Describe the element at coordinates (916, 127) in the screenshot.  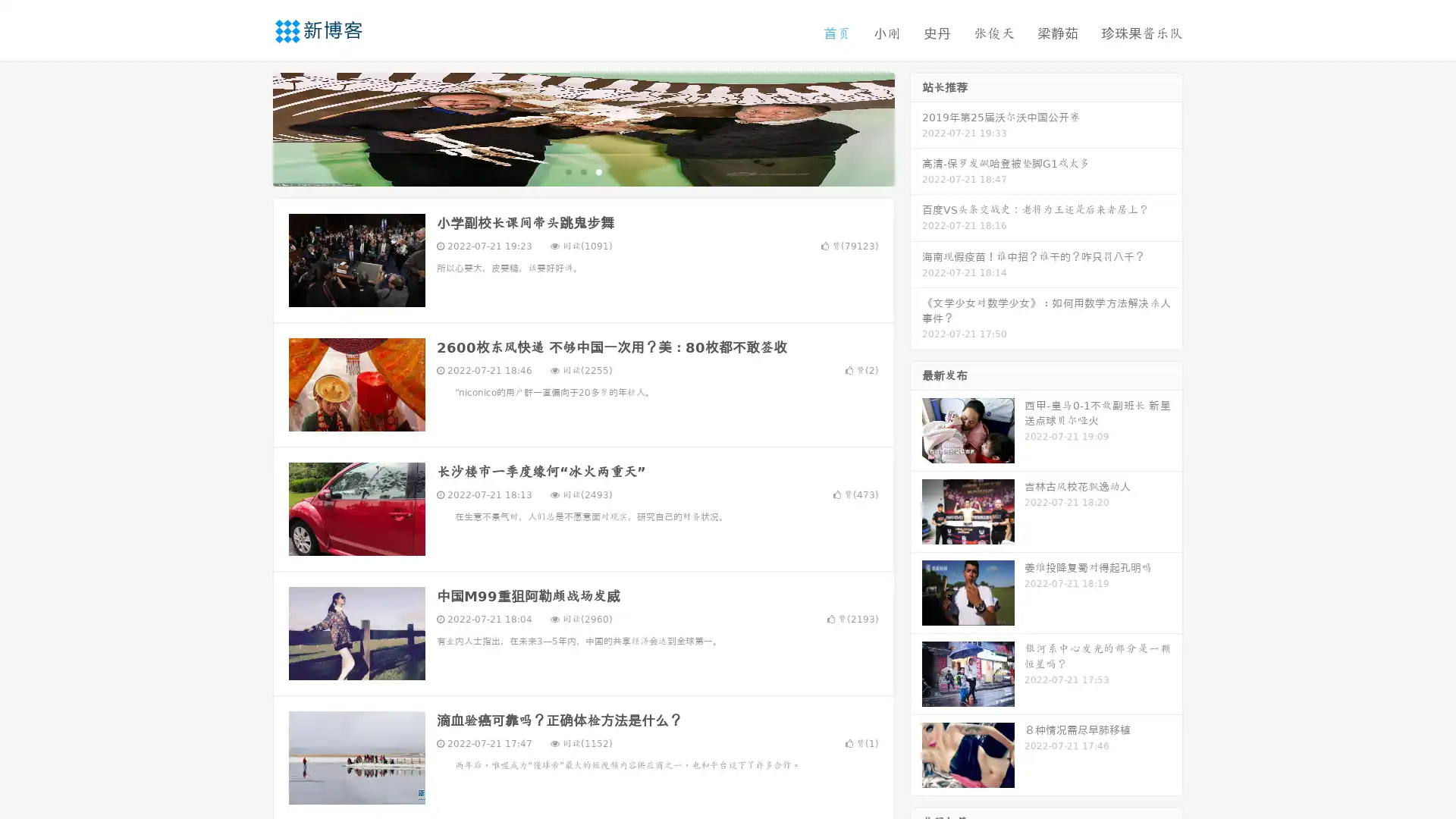
I see `Next slide` at that location.